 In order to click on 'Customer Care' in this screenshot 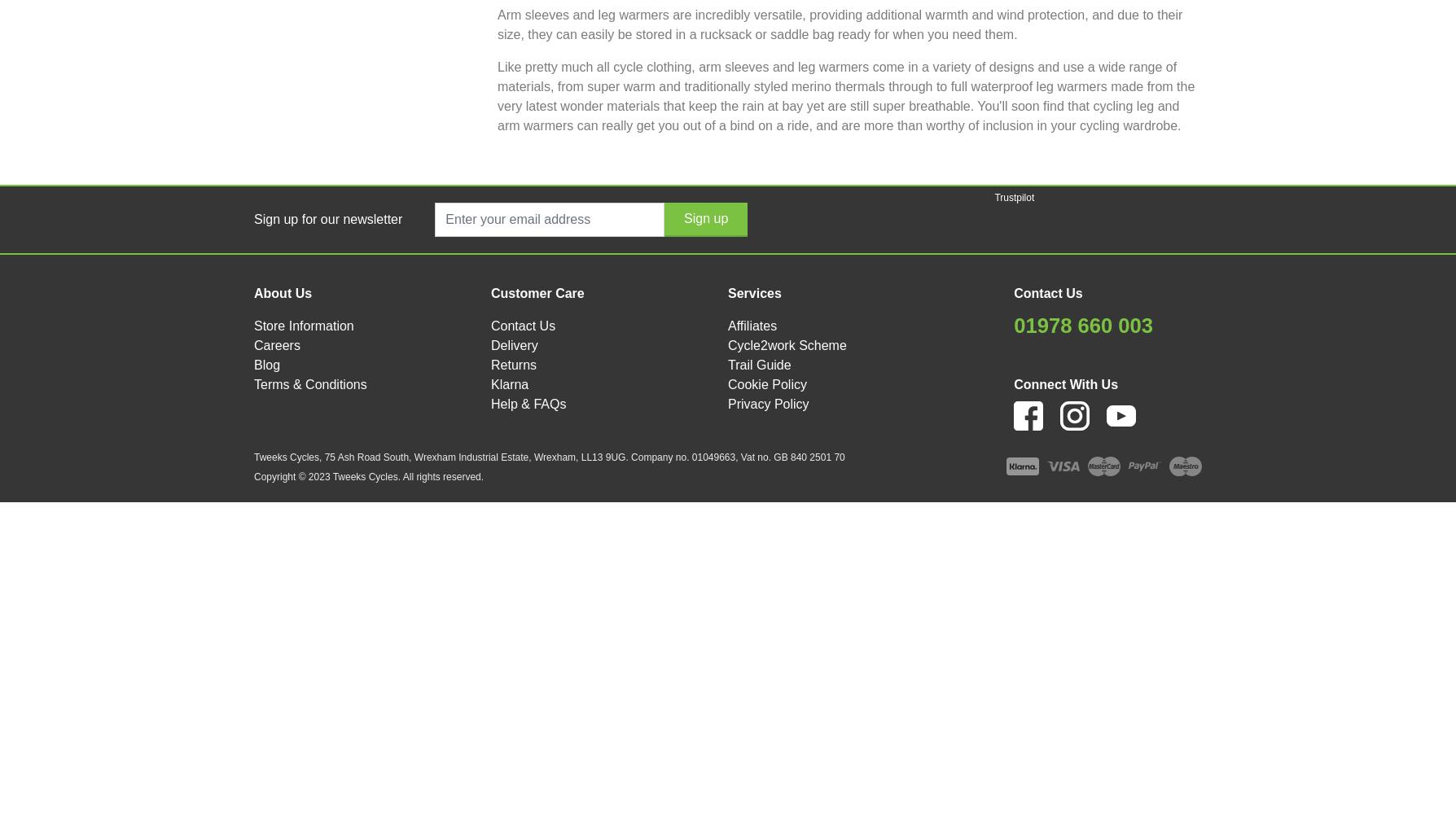, I will do `click(537, 291)`.